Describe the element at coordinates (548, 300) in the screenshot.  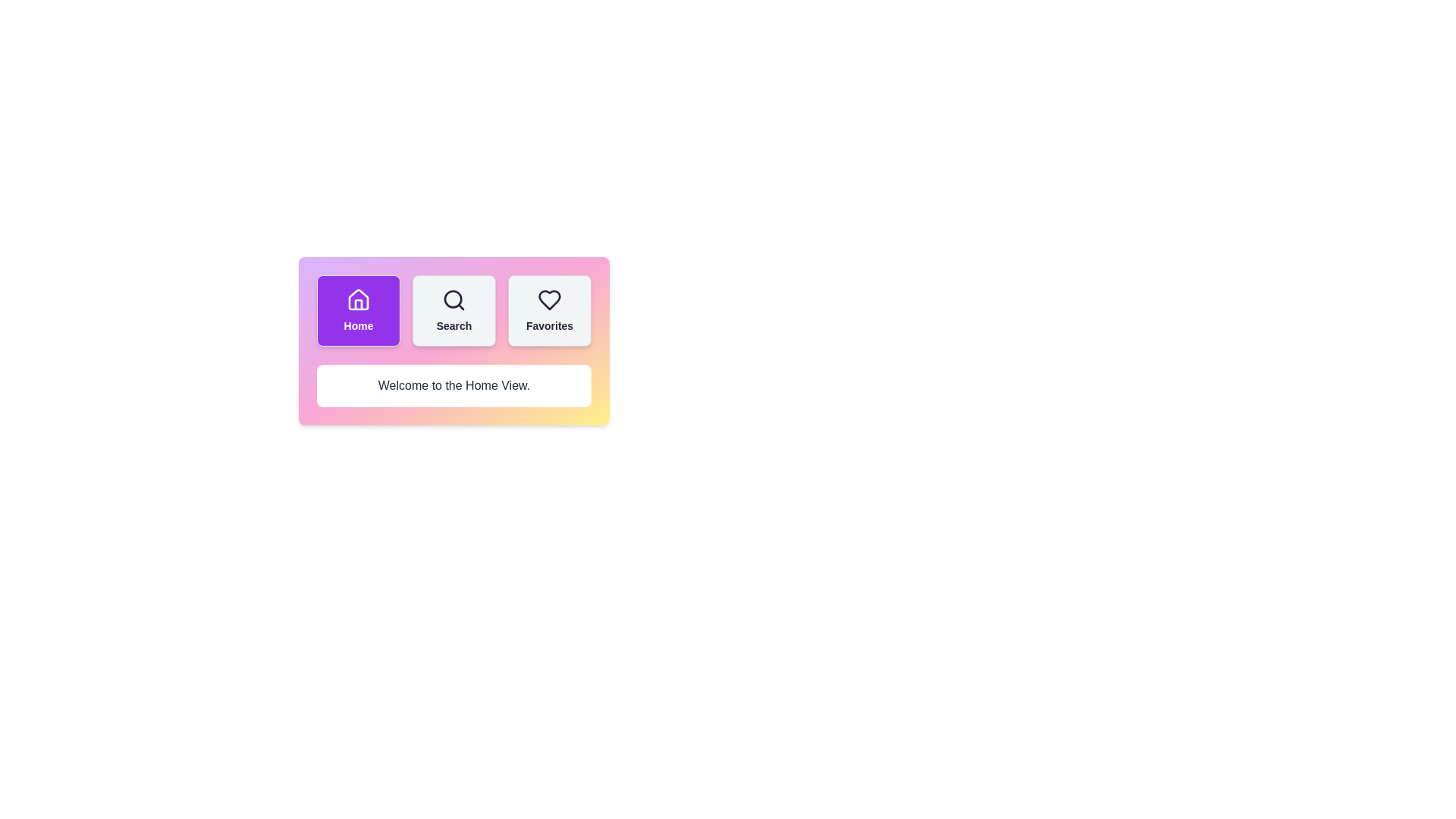
I see `the heart-shaped icon outlined in black located in the 'Favorites' section of the horizontal navigation menu to favorite something` at that location.